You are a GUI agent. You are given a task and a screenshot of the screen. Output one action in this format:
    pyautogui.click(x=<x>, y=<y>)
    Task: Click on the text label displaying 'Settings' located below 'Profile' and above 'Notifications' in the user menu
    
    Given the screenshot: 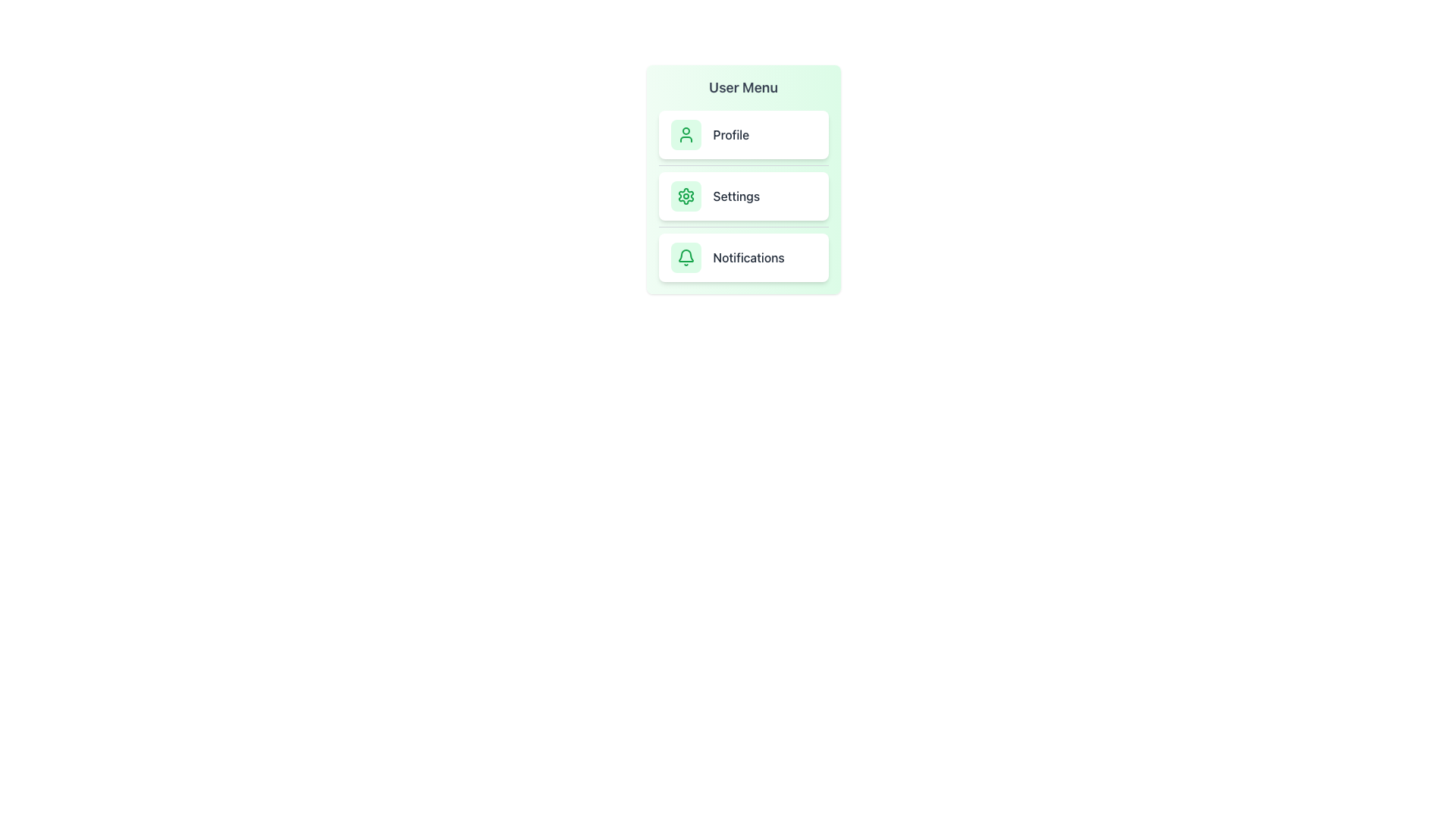 What is the action you would take?
    pyautogui.click(x=736, y=195)
    